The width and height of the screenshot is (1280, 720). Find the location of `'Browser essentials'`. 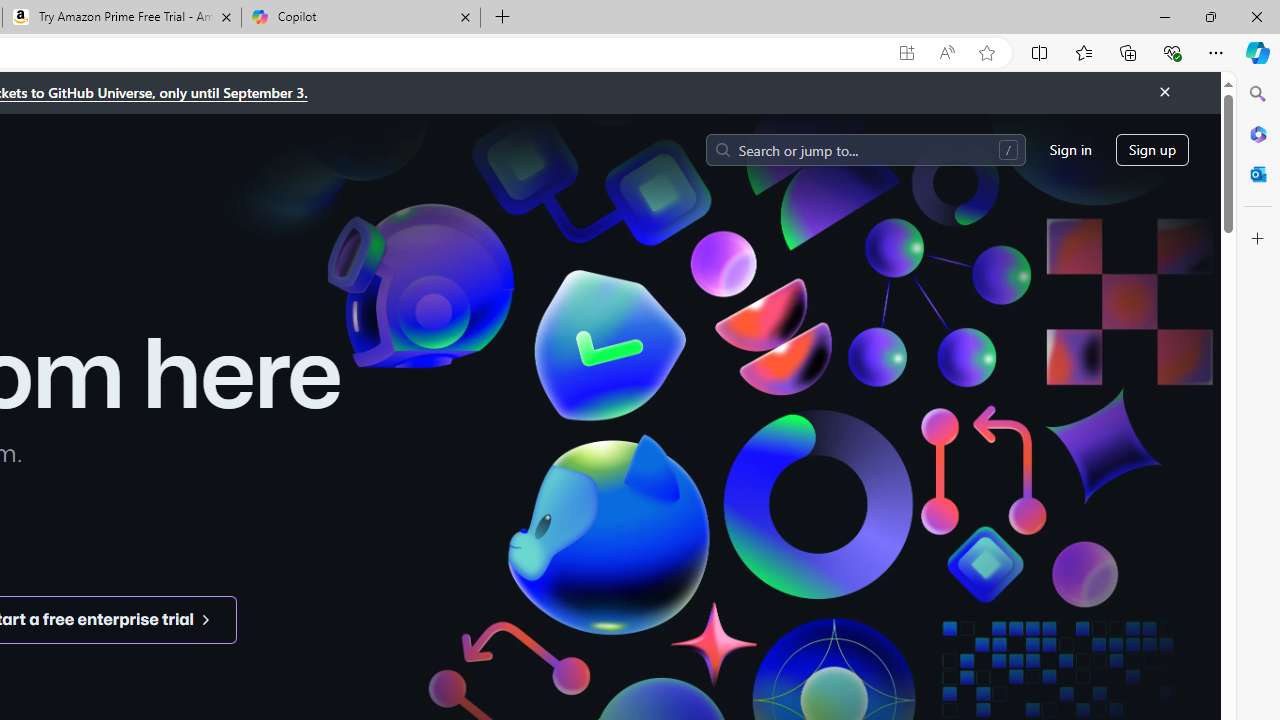

'Browser essentials' is located at coordinates (1171, 51).